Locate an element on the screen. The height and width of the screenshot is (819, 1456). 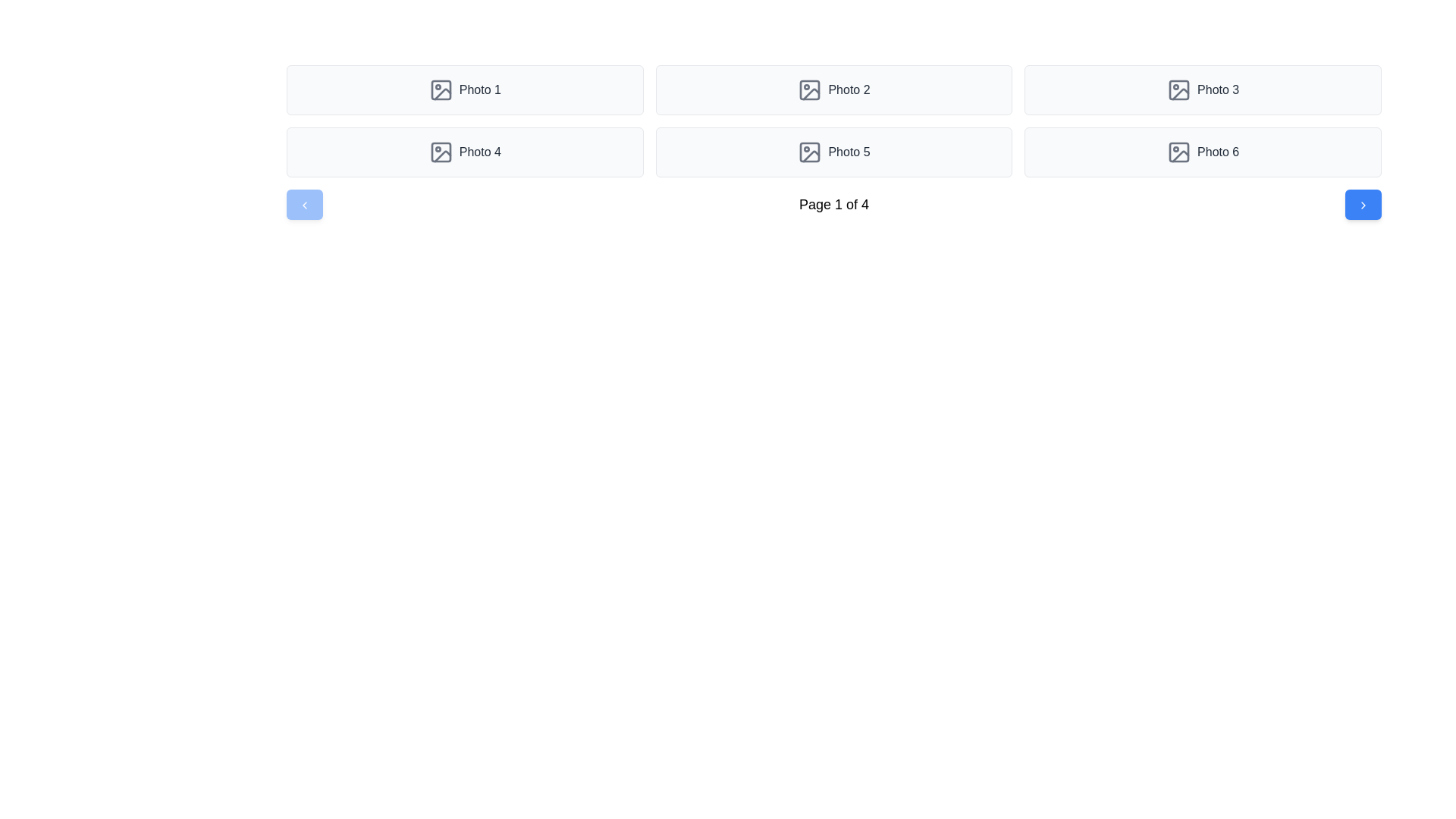
the small square with rounded edges in the photo icon for 'Photo 1', located in the first cell of the grid is located at coordinates (440, 90).